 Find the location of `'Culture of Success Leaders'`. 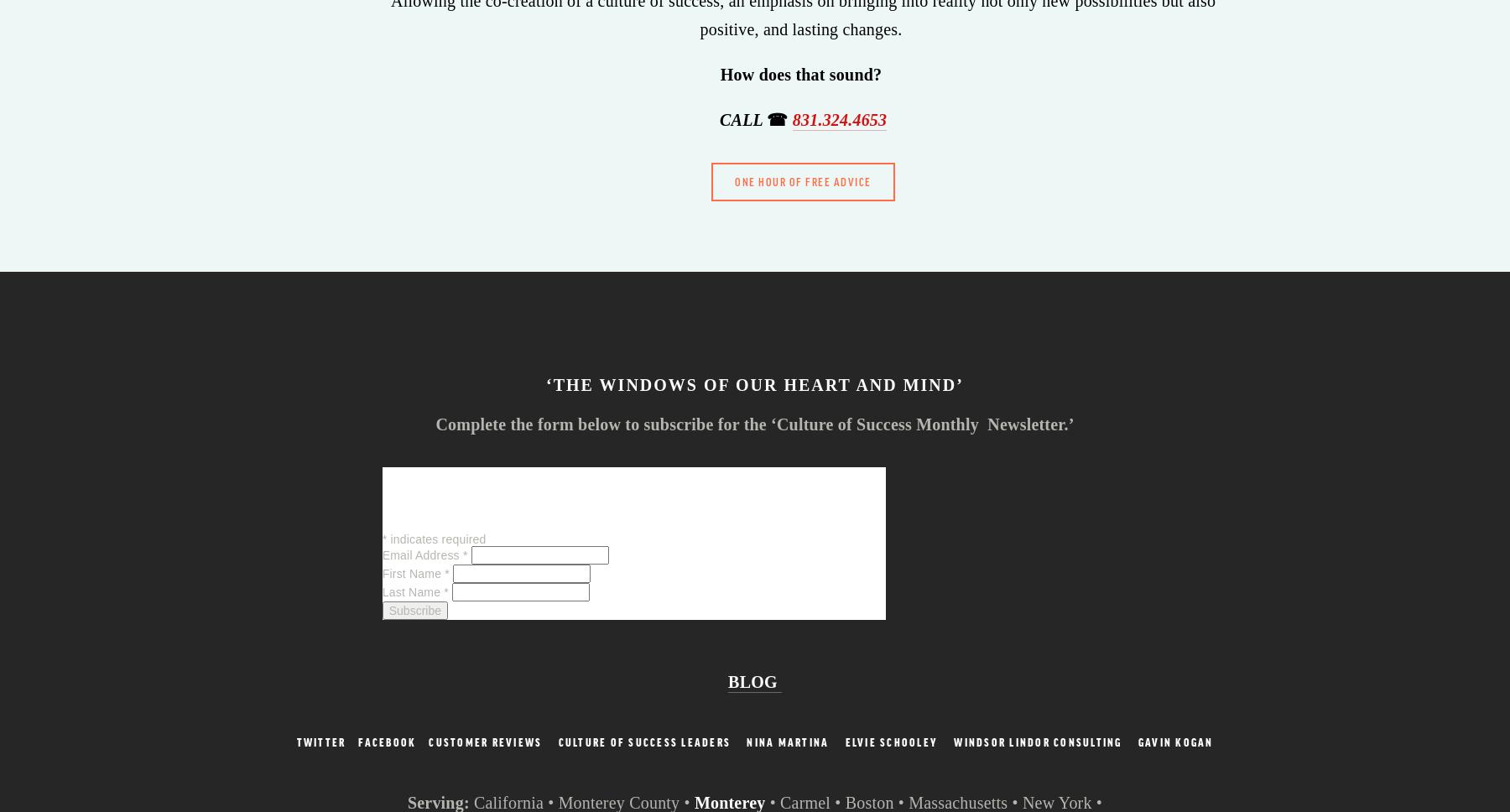

'Culture of Success Leaders' is located at coordinates (643, 741).